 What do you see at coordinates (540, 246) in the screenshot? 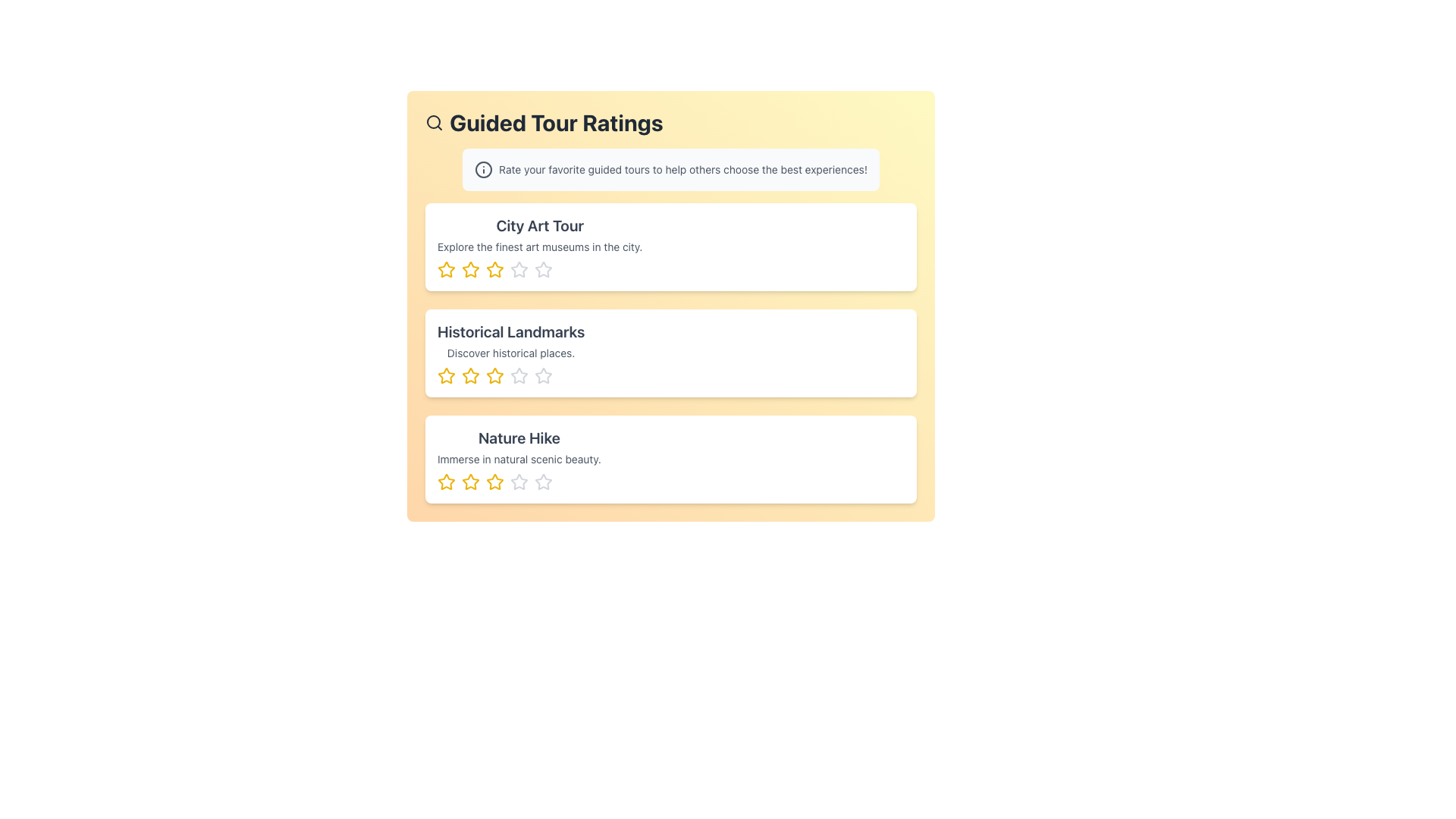
I see `title of the Composite element for the tourist attraction "City Art Tour" located under the "Guided Tour Ratings" section` at bounding box center [540, 246].